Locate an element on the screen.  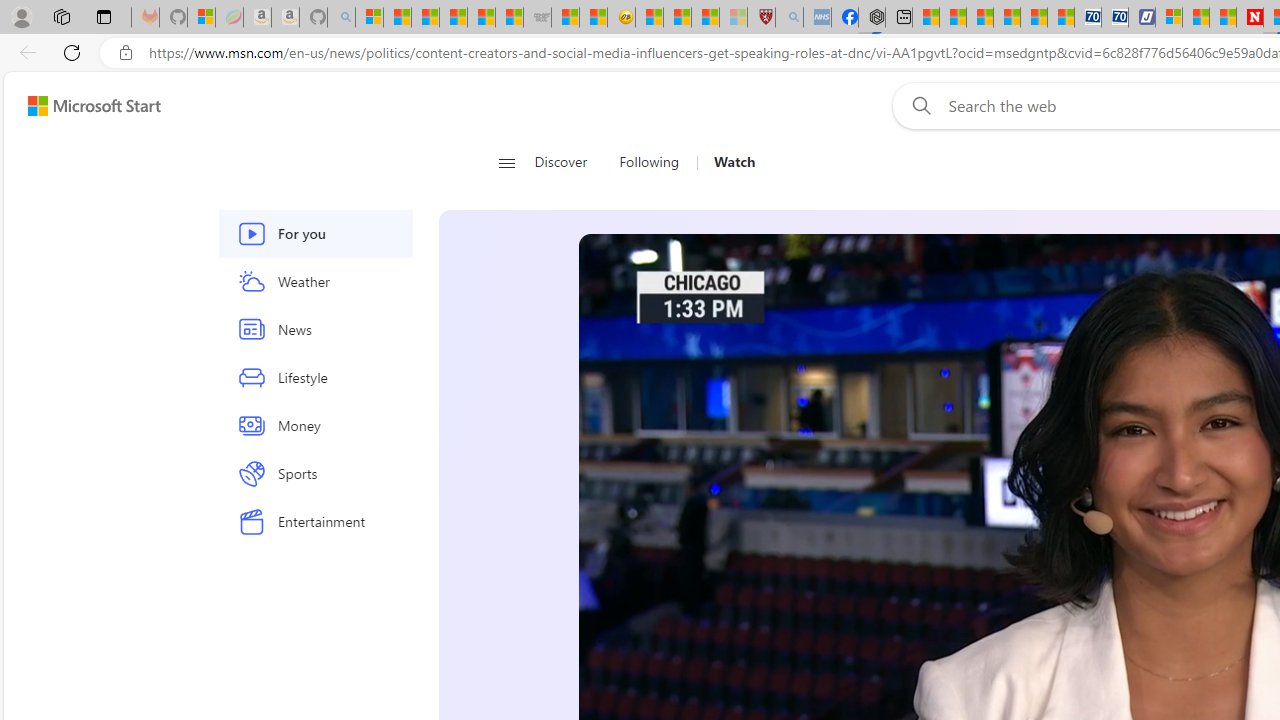
'Class: button-glyph' is located at coordinates (506, 162).